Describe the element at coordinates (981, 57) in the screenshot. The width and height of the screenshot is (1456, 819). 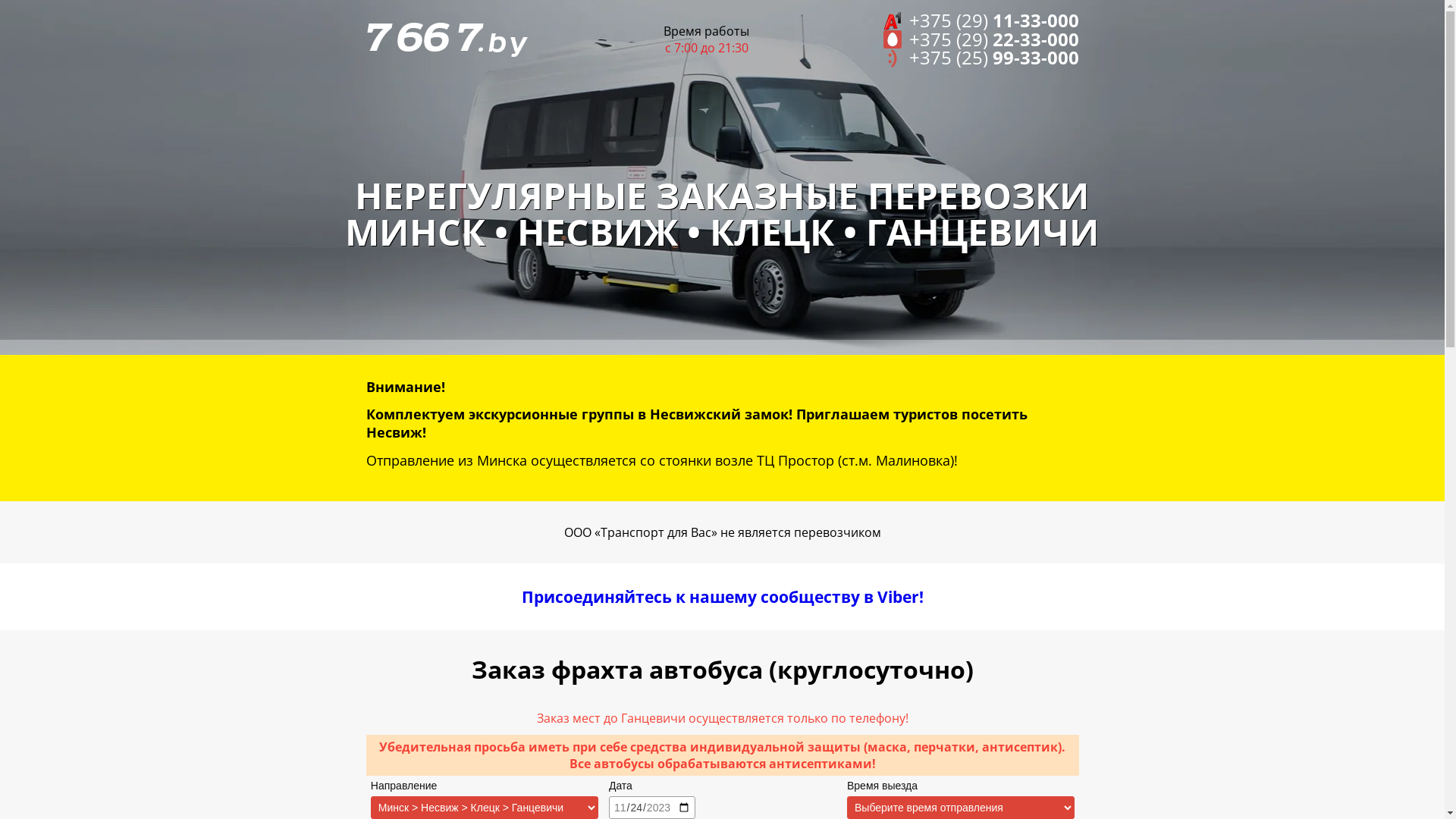
I see `'+375 (25) 99-33-000'` at that location.